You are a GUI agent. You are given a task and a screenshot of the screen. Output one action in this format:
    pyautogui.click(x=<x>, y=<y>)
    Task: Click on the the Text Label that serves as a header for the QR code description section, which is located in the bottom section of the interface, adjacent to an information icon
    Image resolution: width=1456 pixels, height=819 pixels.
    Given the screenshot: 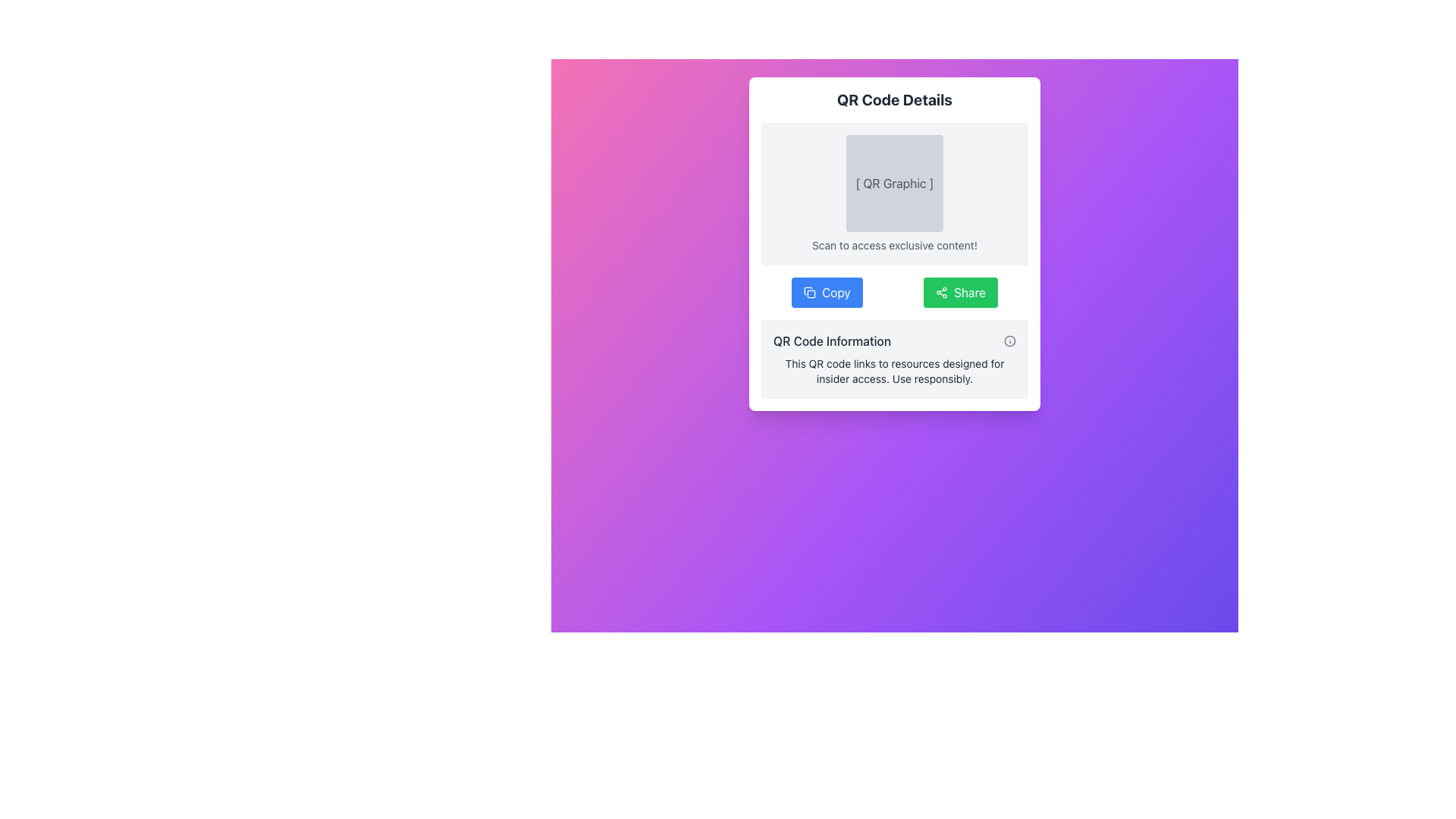 What is the action you would take?
    pyautogui.click(x=831, y=341)
    